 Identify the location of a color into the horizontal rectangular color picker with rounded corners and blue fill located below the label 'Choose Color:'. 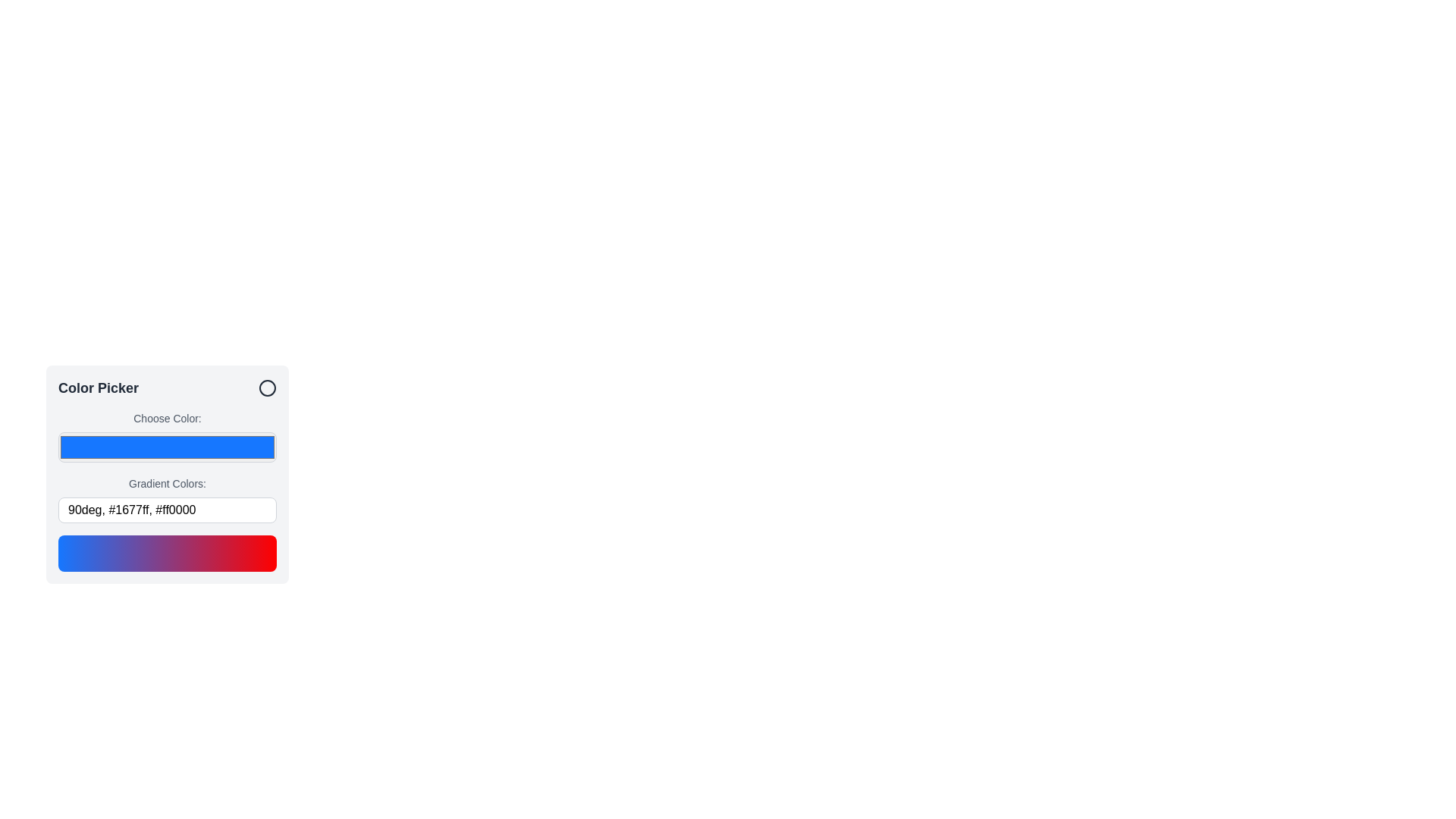
(167, 447).